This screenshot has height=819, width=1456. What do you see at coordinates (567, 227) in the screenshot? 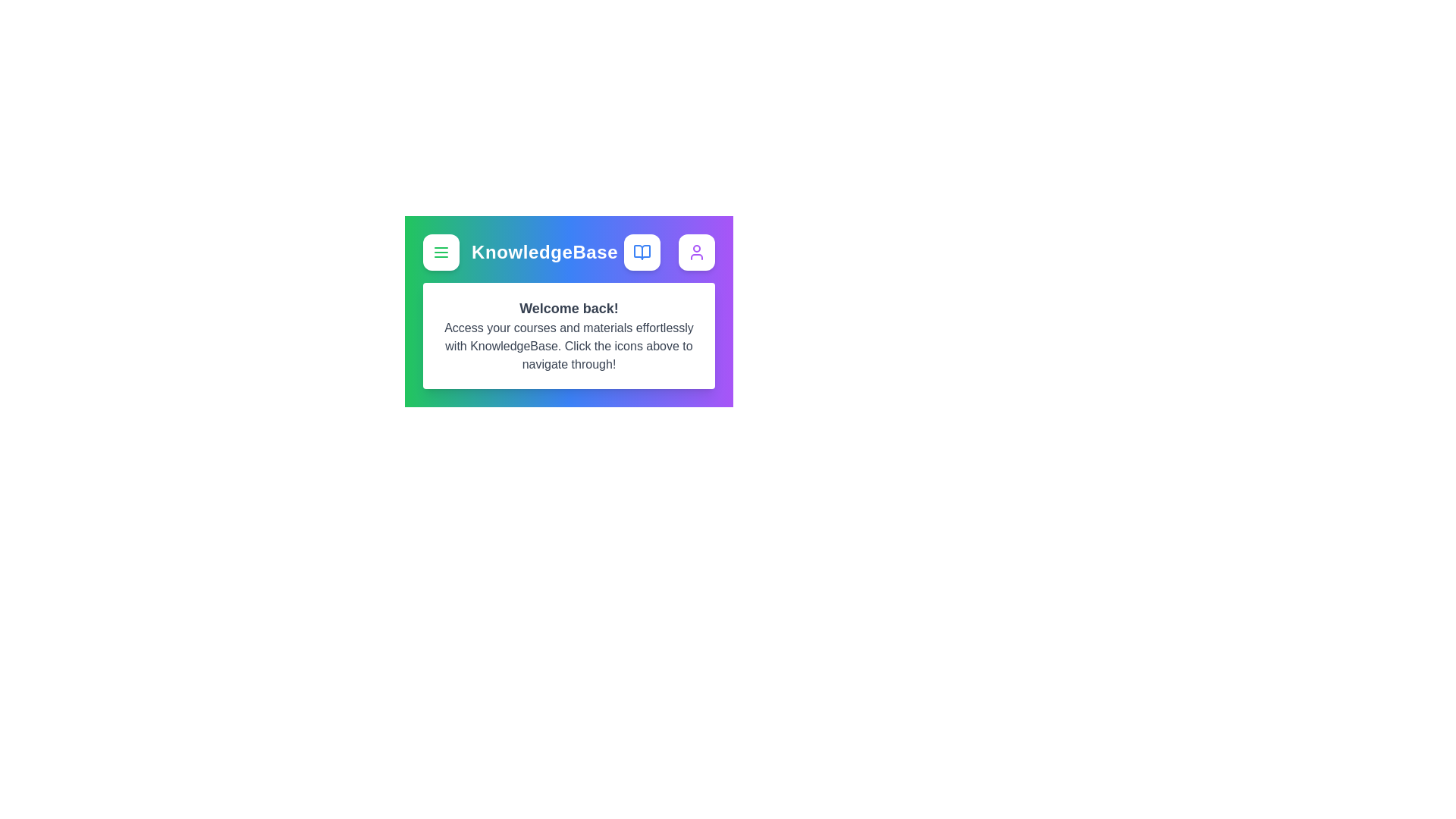
I see `the background gradient of the KnowledgeAppBar component` at bounding box center [567, 227].